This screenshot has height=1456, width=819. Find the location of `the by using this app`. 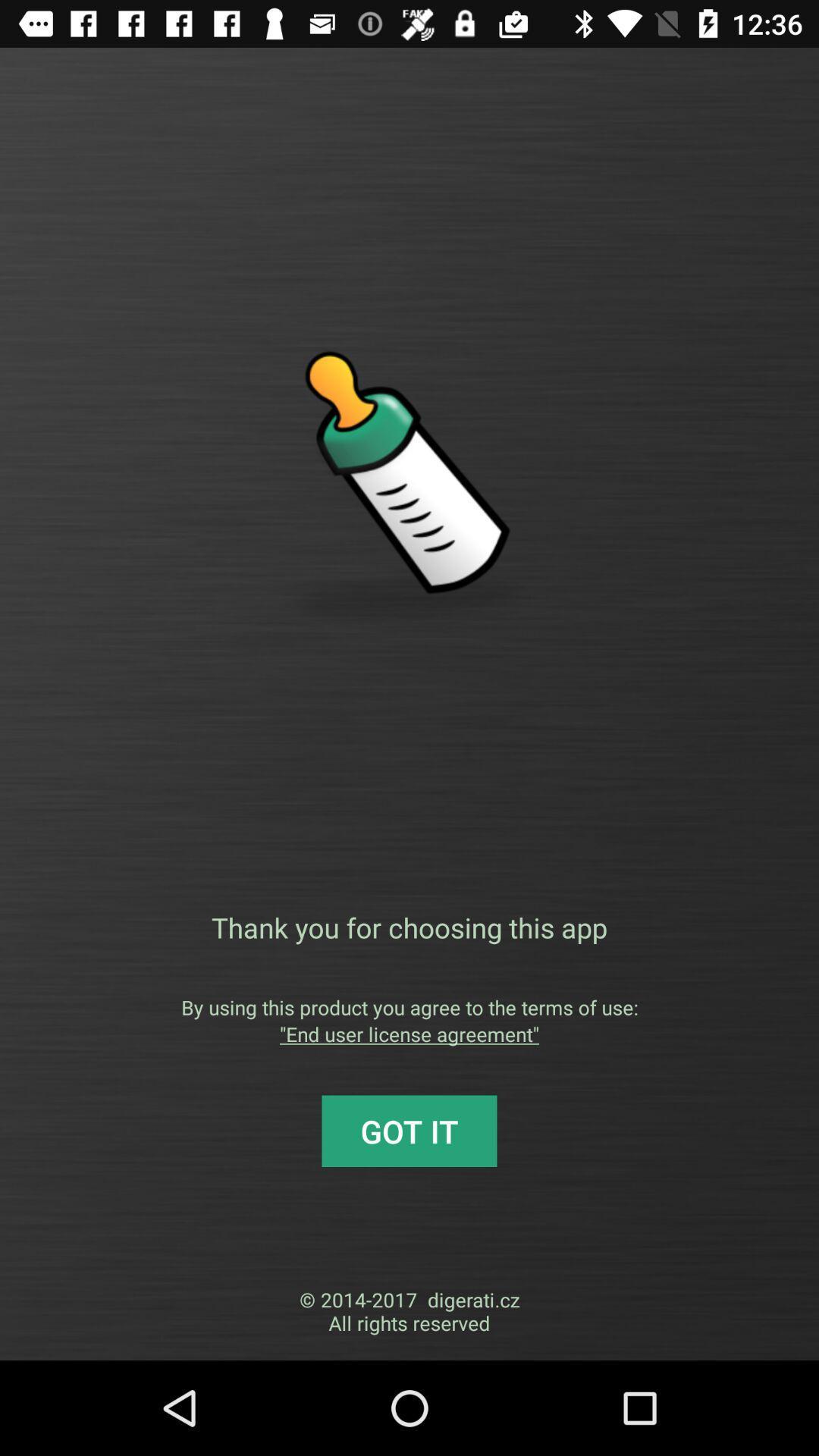

the by using this app is located at coordinates (409, 1007).